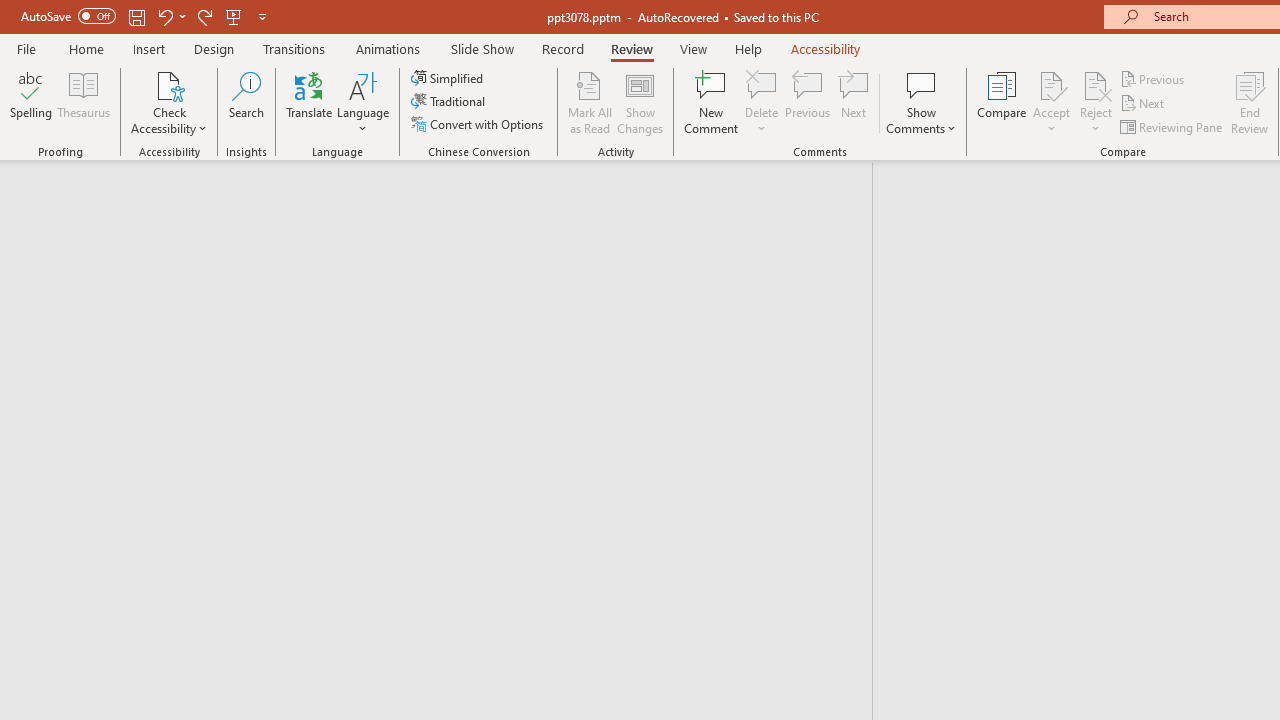 The image size is (1280, 720). I want to click on 'Accept Change', so click(1050, 84).